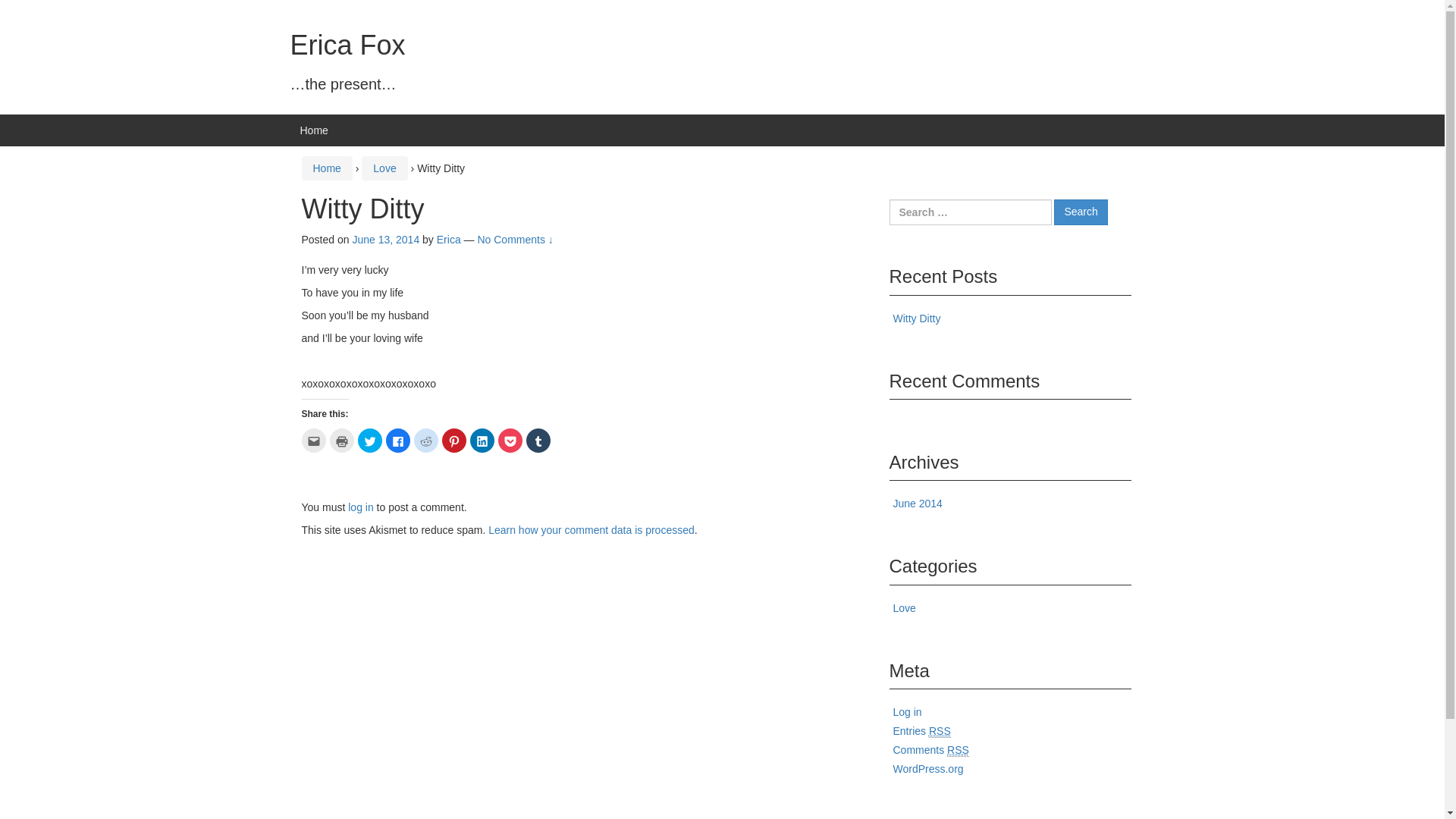  What do you see at coordinates (916, 318) in the screenshot?
I see `'Witty Ditty'` at bounding box center [916, 318].